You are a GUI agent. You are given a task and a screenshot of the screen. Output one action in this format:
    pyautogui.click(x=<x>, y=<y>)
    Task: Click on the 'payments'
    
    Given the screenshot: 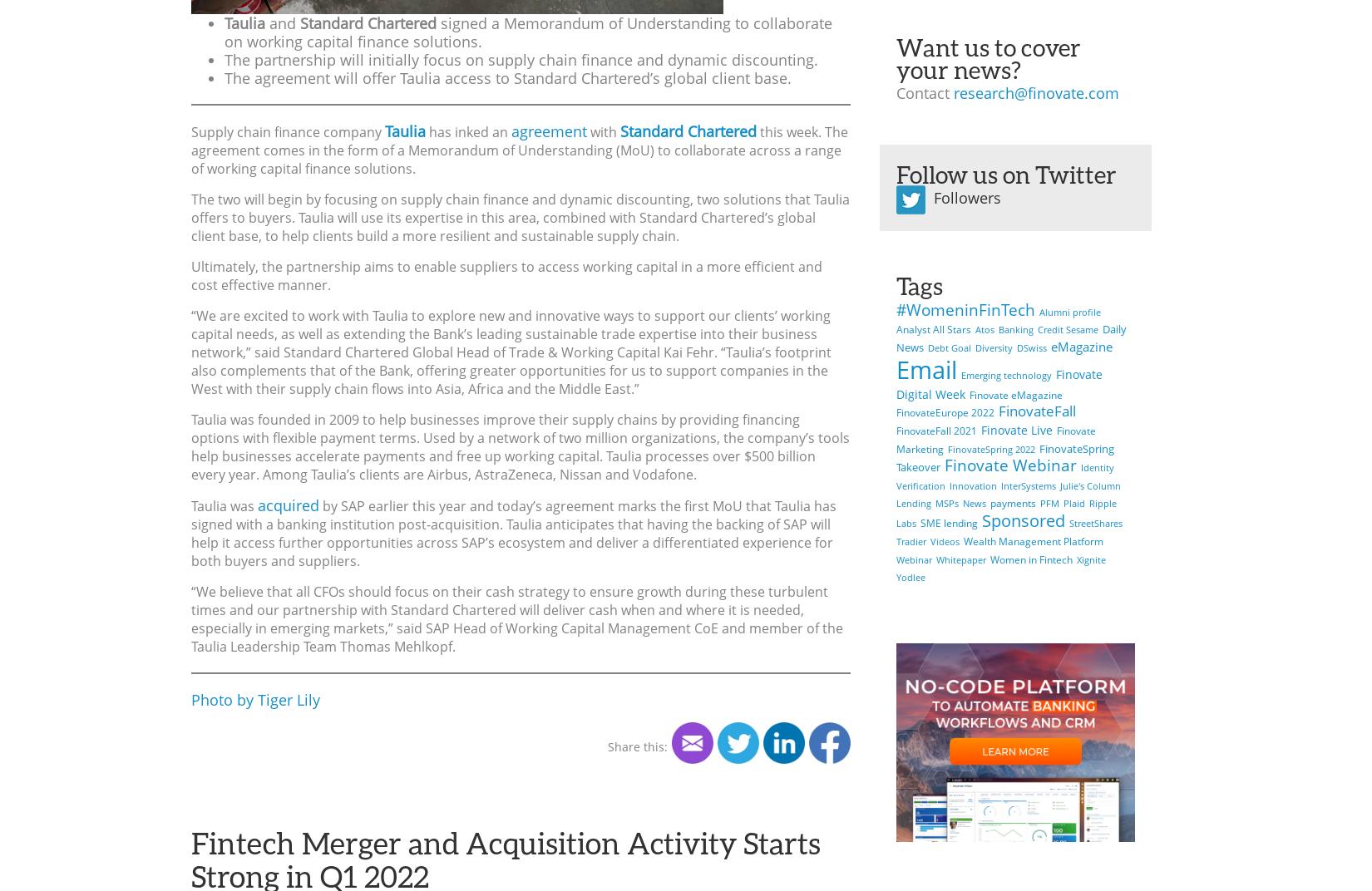 What is the action you would take?
    pyautogui.click(x=1013, y=503)
    